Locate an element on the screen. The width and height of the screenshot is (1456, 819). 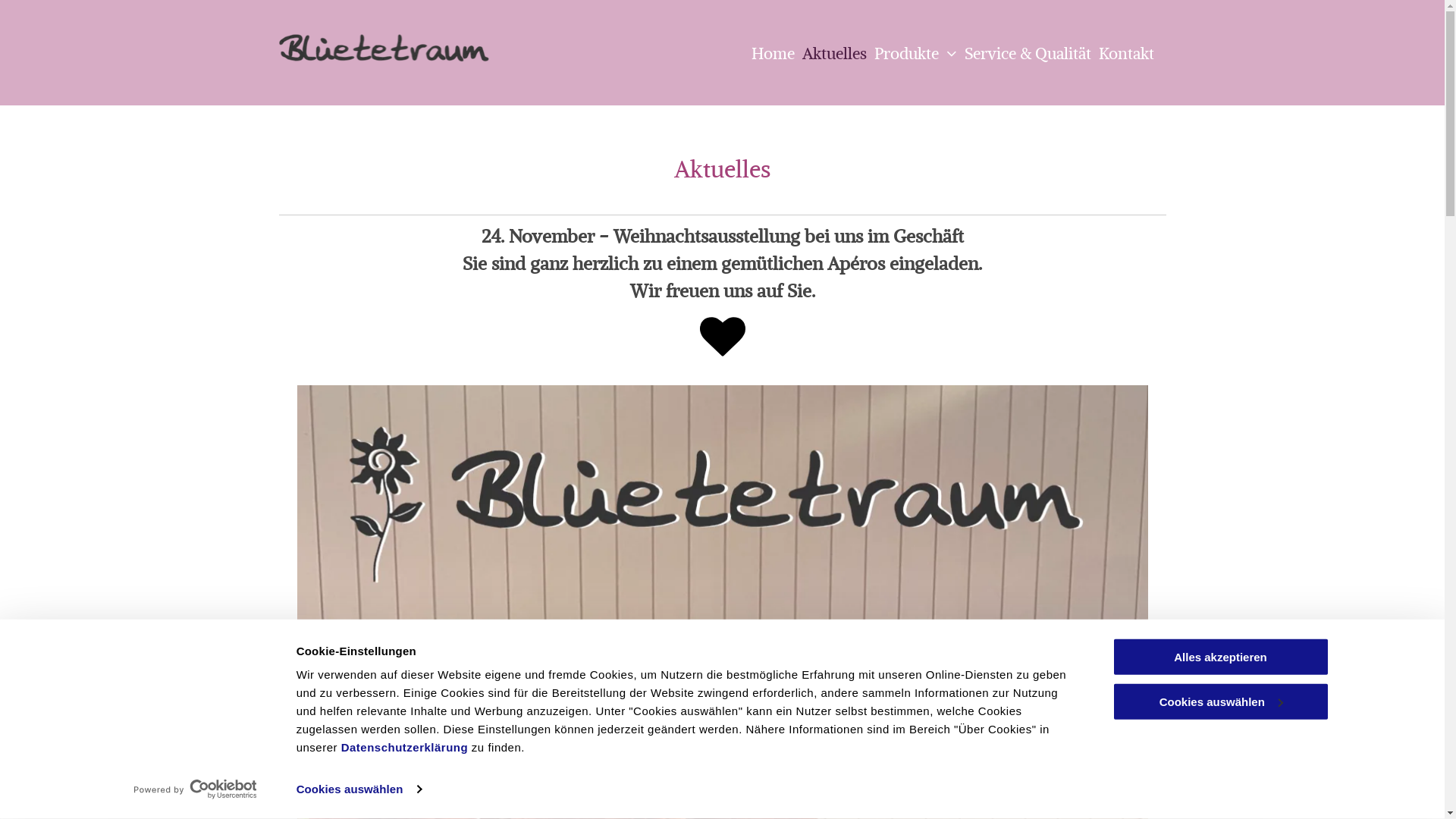
'Produkte' is located at coordinates (866, 54).